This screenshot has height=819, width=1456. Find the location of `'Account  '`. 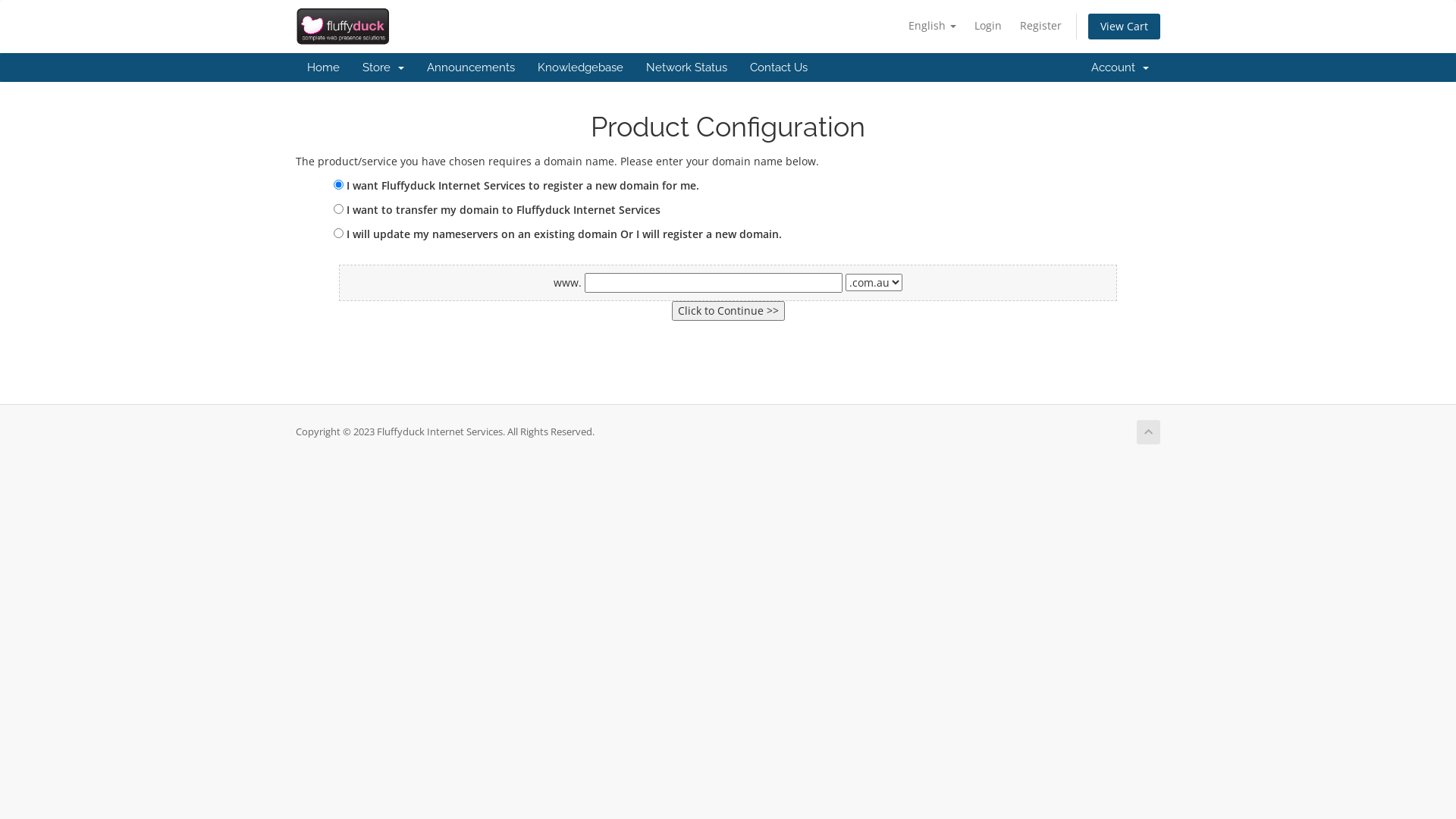

'Account  ' is located at coordinates (1120, 66).